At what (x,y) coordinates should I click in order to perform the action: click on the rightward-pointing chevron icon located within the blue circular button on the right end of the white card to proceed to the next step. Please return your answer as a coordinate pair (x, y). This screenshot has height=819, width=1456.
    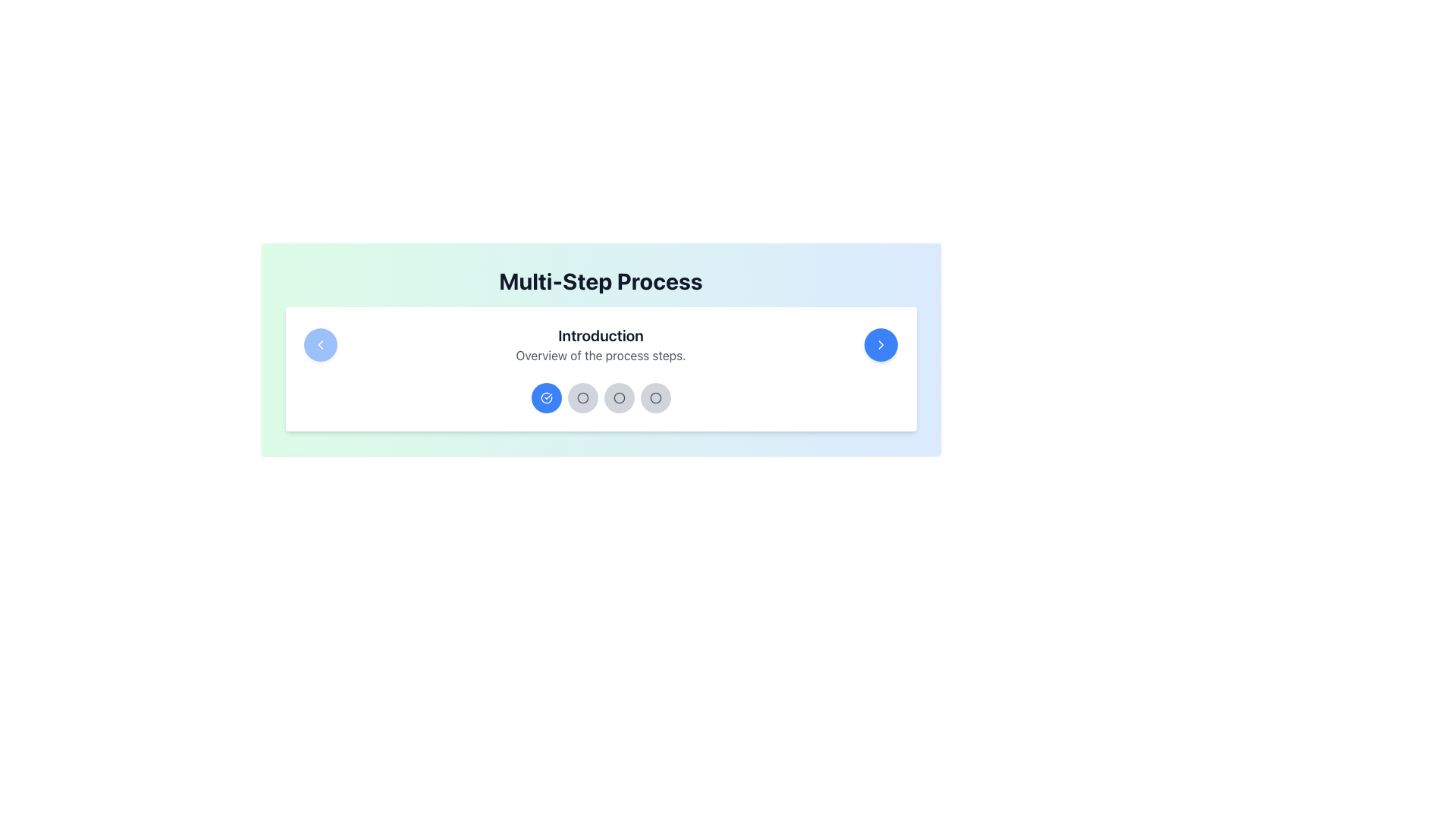
    Looking at the image, I should click on (881, 345).